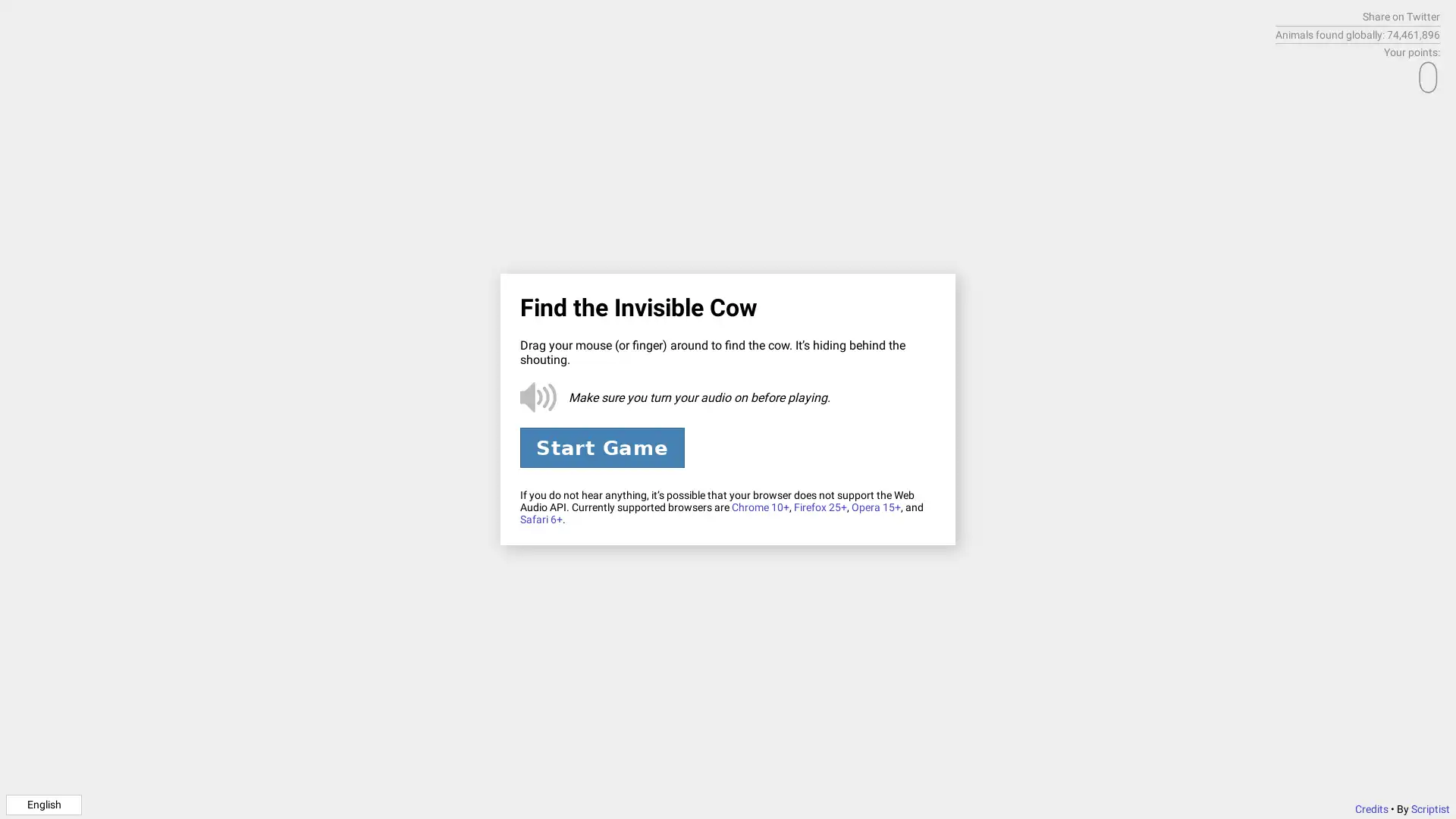 This screenshot has width=1456, height=819. What do you see at coordinates (1401, 17) in the screenshot?
I see `Share on Twitter` at bounding box center [1401, 17].